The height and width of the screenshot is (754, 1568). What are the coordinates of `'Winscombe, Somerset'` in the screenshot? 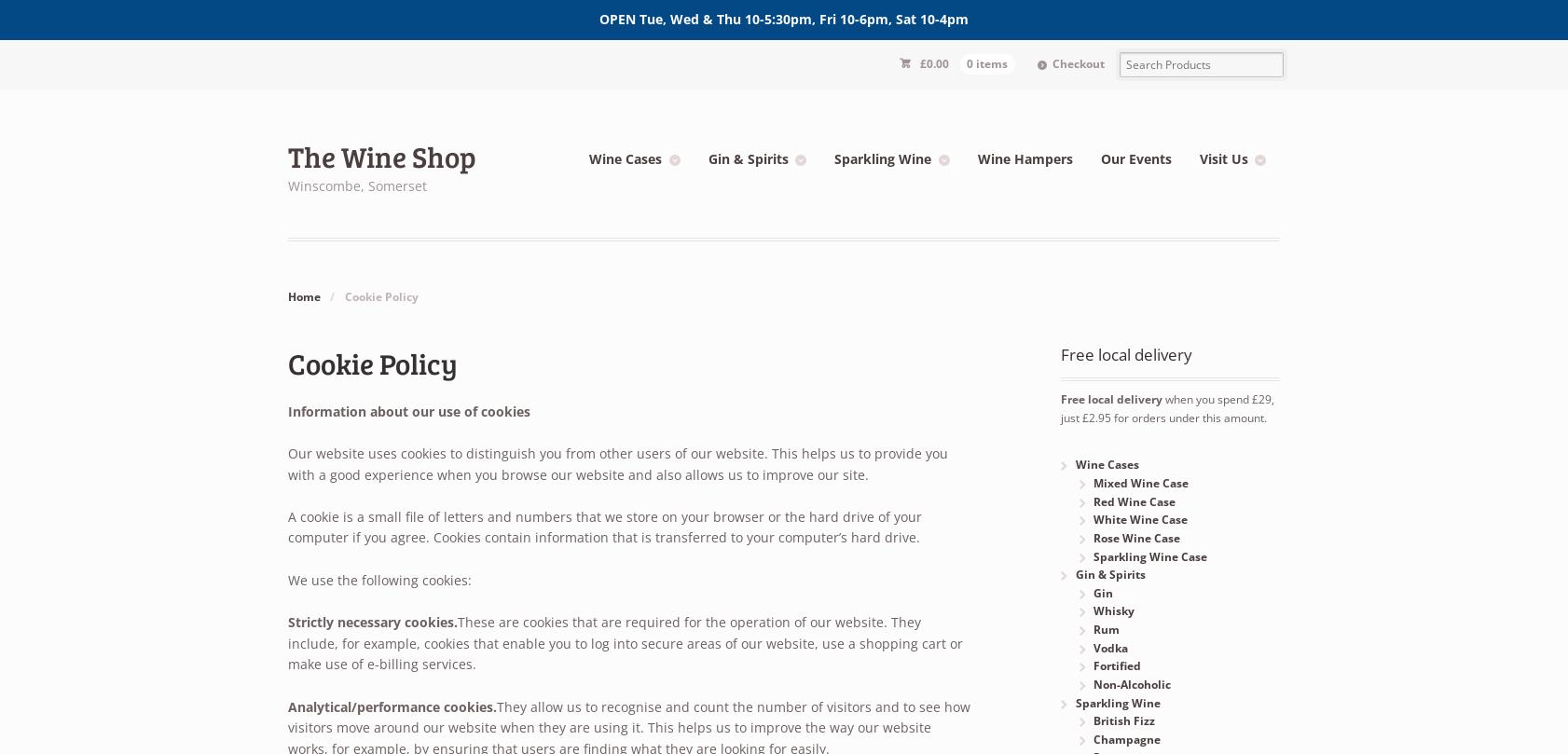 It's located at (356, 184).